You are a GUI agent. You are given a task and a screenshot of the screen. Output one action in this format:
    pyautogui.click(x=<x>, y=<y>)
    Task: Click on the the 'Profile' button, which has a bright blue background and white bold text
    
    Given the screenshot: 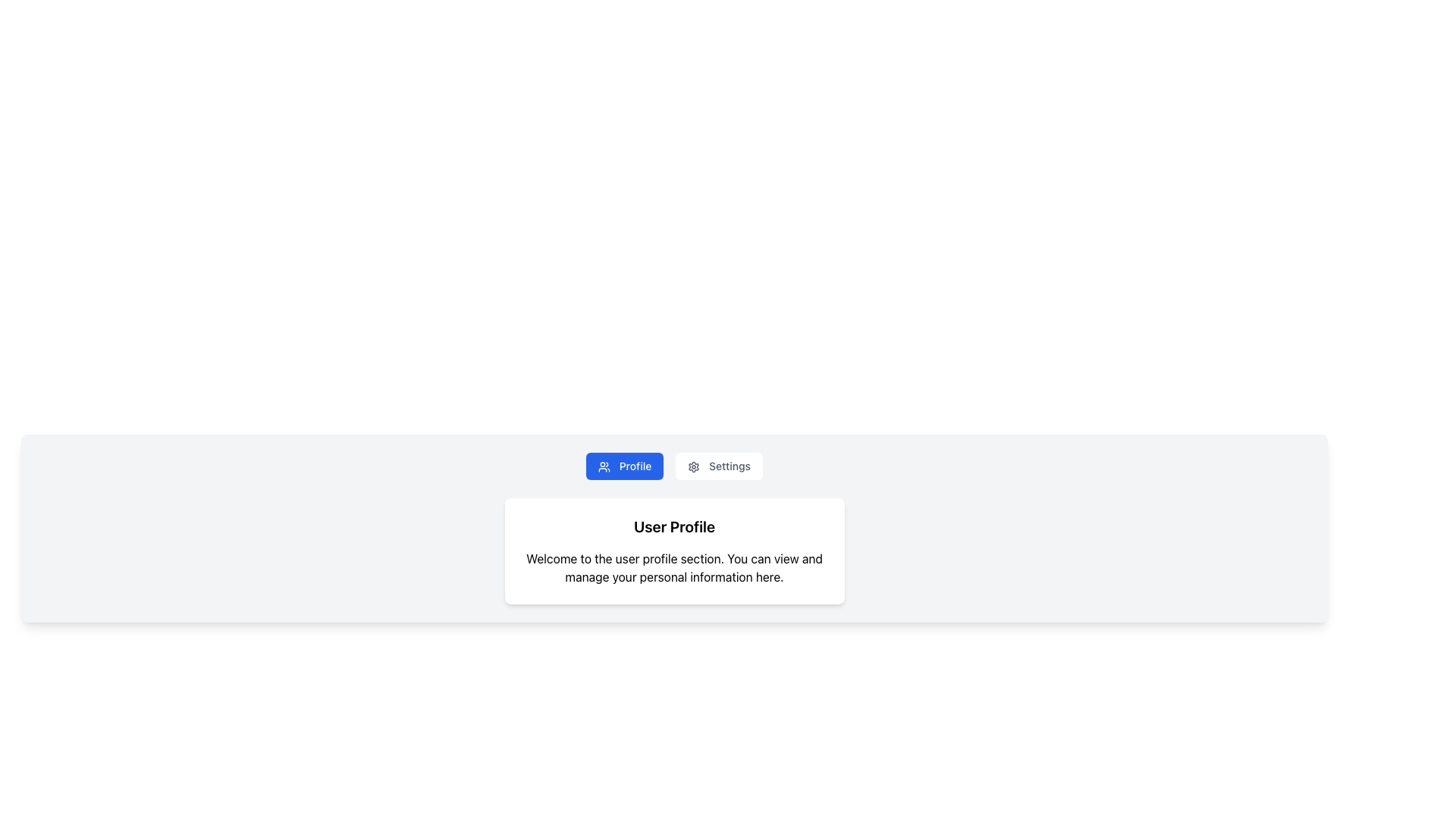 What is the action you would take?
    pyautogui.click(x=625, y=465)
    